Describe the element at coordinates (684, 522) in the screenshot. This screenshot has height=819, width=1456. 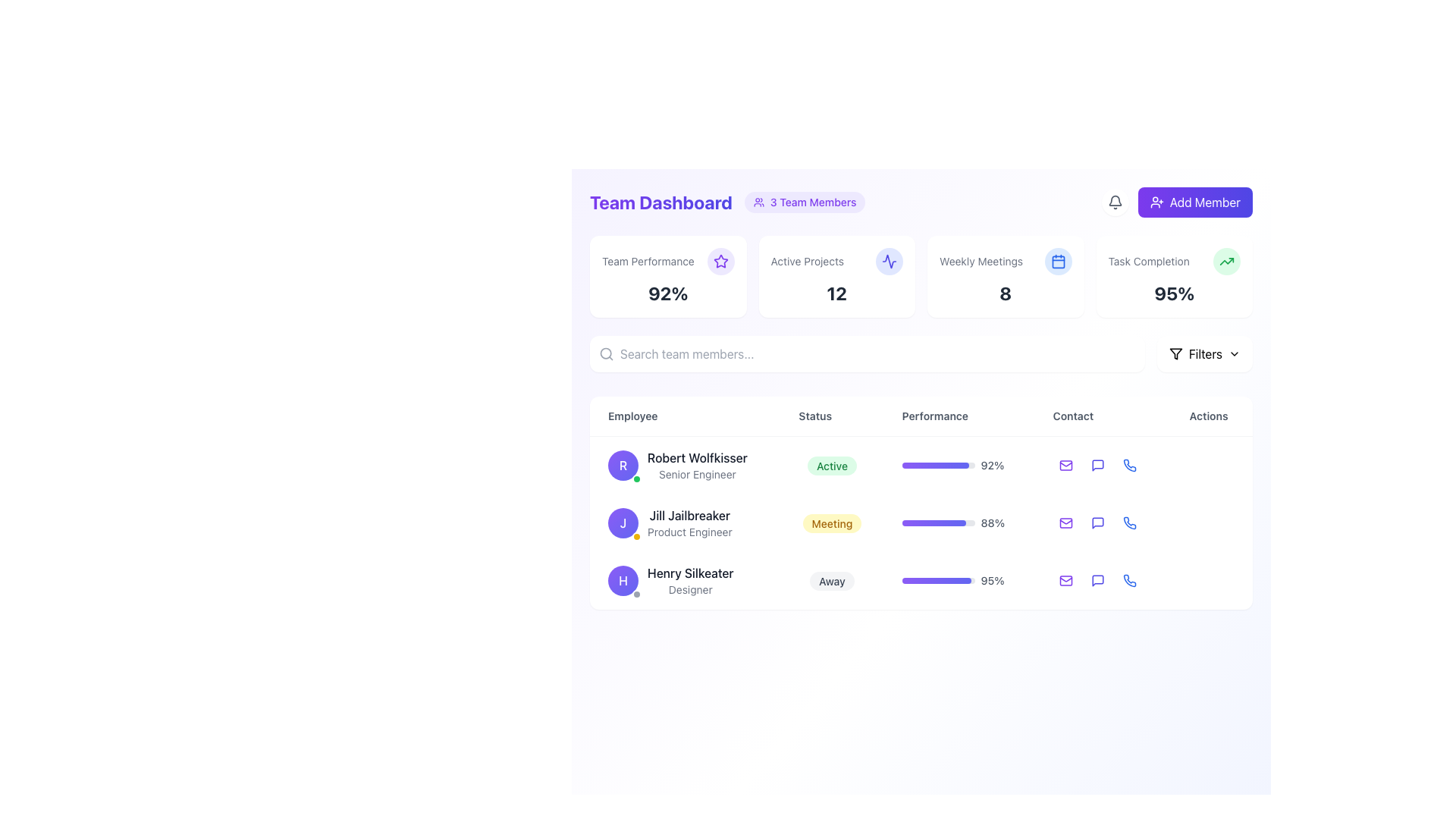
I see `the User Profile Card located in the second row of the Employee column` at that location.